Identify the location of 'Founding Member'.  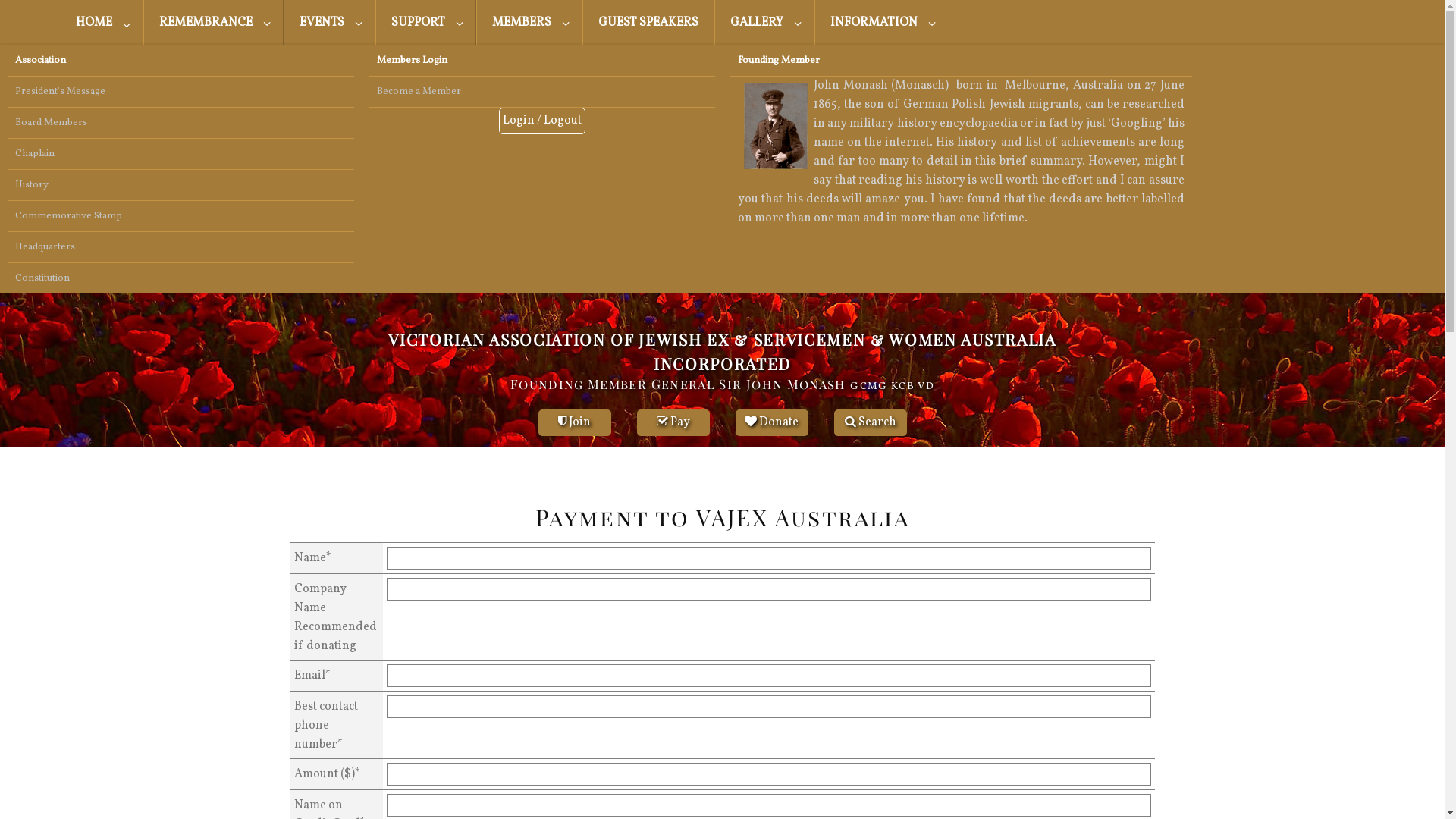
(960, 60).